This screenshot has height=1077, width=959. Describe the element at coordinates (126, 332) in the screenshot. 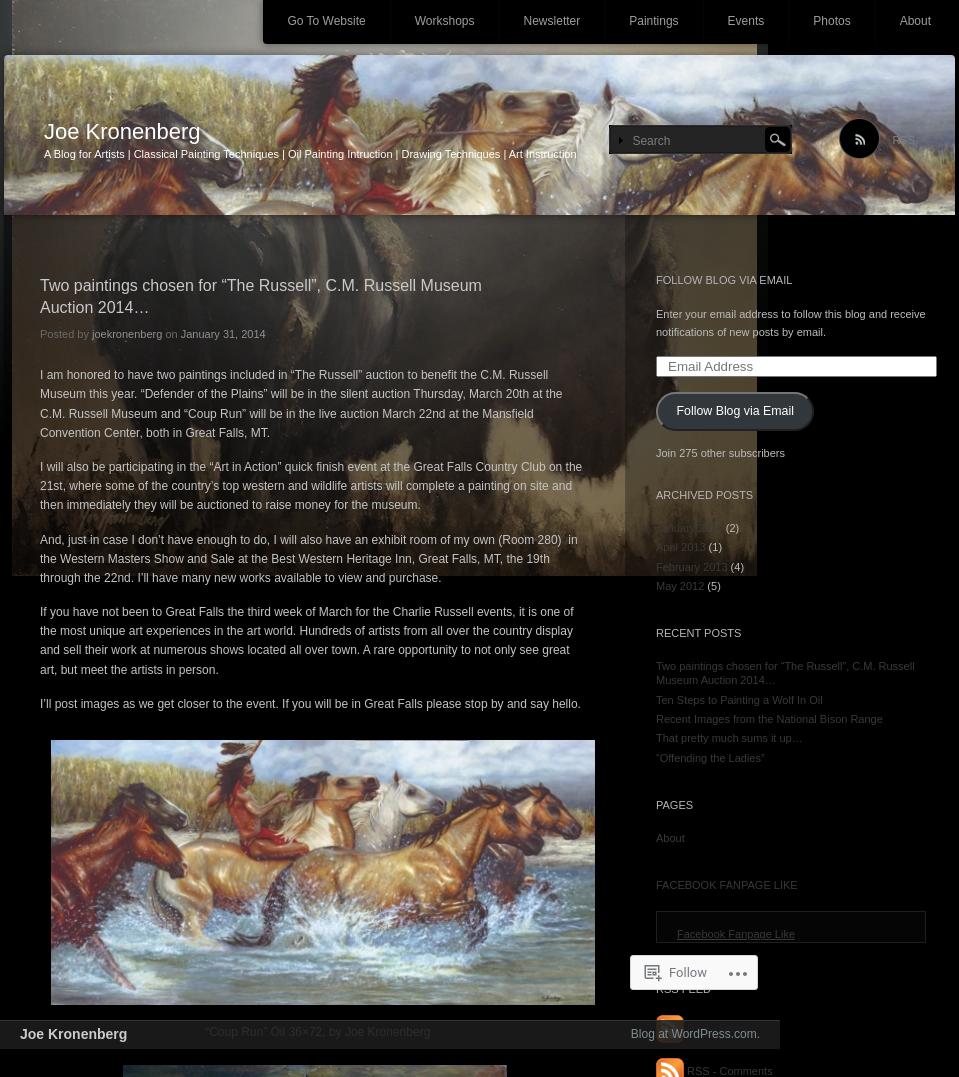

I see `'joekronenberg'` at that location.